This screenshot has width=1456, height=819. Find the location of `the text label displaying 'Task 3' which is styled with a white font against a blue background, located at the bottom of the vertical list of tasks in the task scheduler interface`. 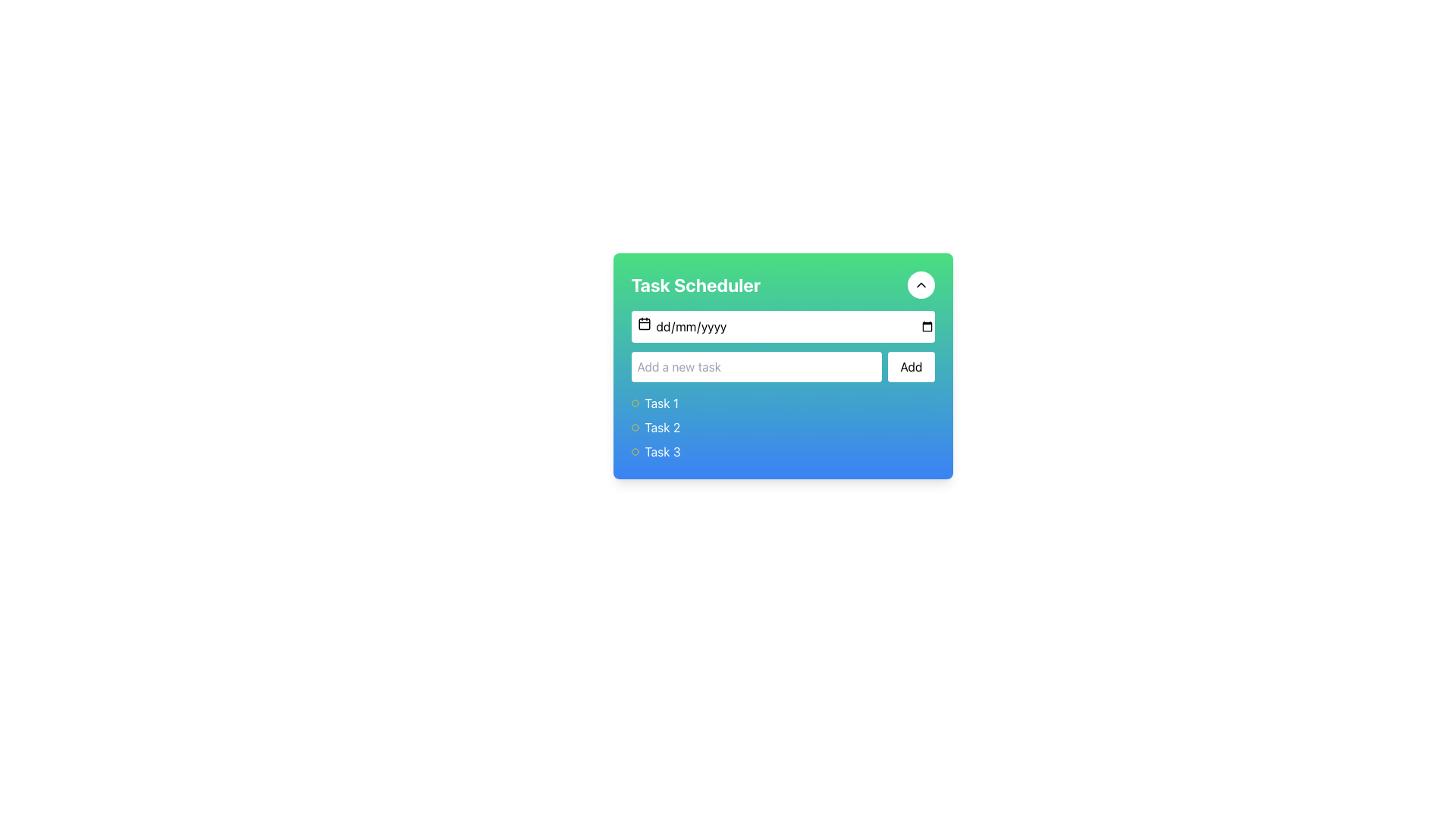

the text label displaying 'Task 3' which is styled with a white font against a blue background, located at the bottom of the vertical list of tasks in the task scheduler interface is located at coordinates (662, 451).